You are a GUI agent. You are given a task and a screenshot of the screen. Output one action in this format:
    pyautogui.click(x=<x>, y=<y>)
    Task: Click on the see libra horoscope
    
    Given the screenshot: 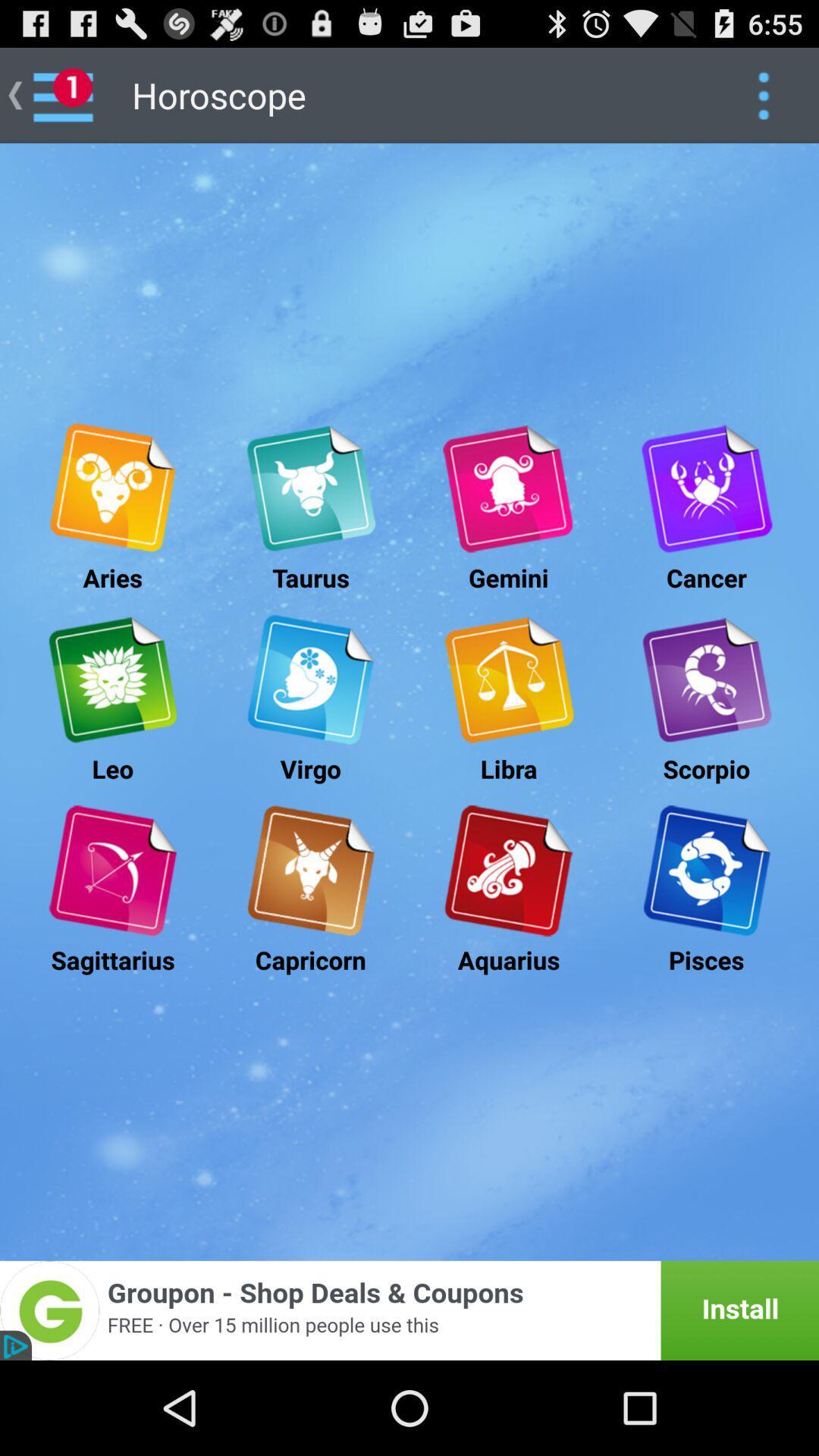 What is the action you would take?
    pyautogui.click(x=508, y=679)
    